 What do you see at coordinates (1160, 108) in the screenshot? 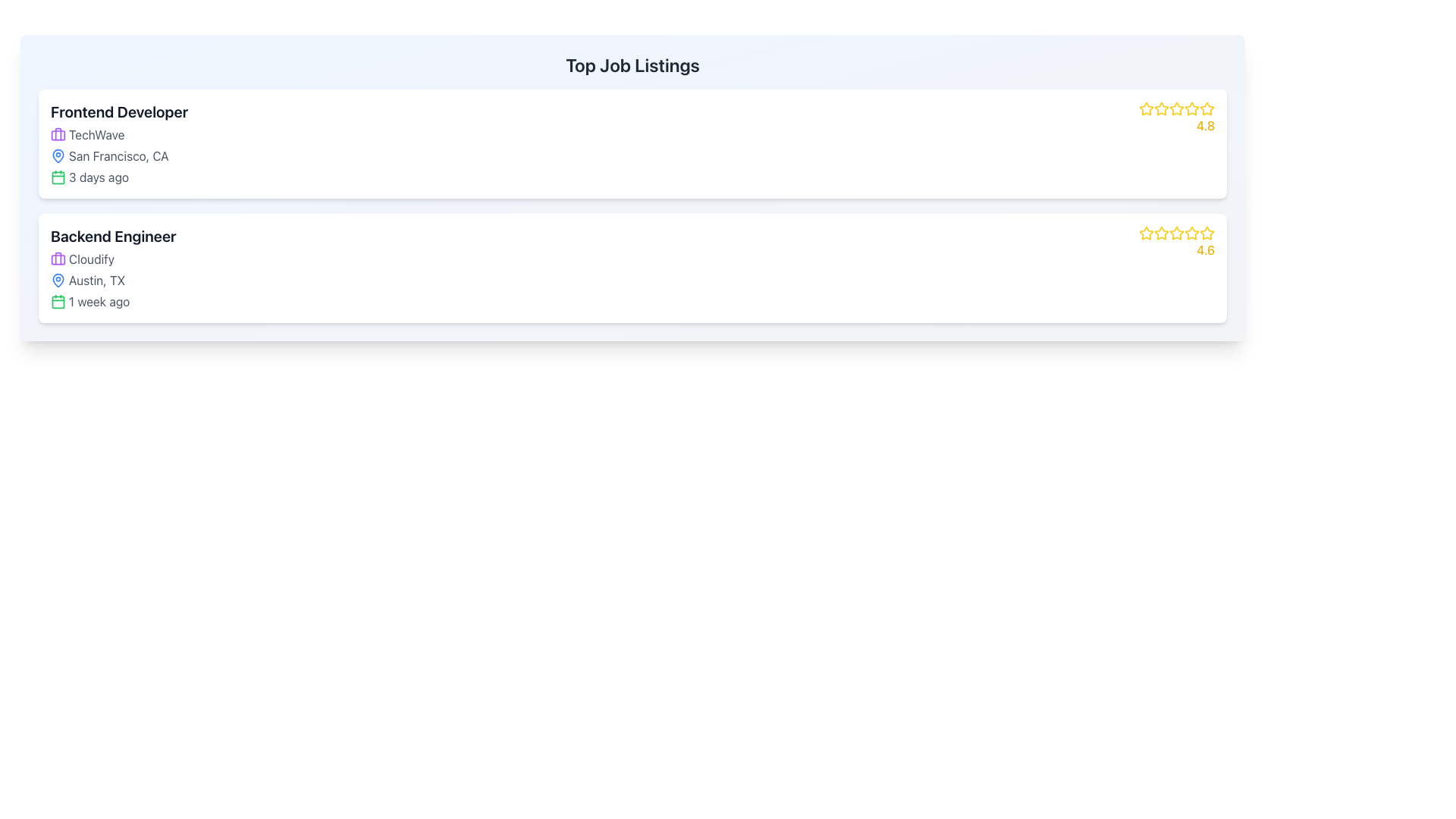
I see `the third yellow outlined star icon in the rating system` at bounding box center [1160, 108].